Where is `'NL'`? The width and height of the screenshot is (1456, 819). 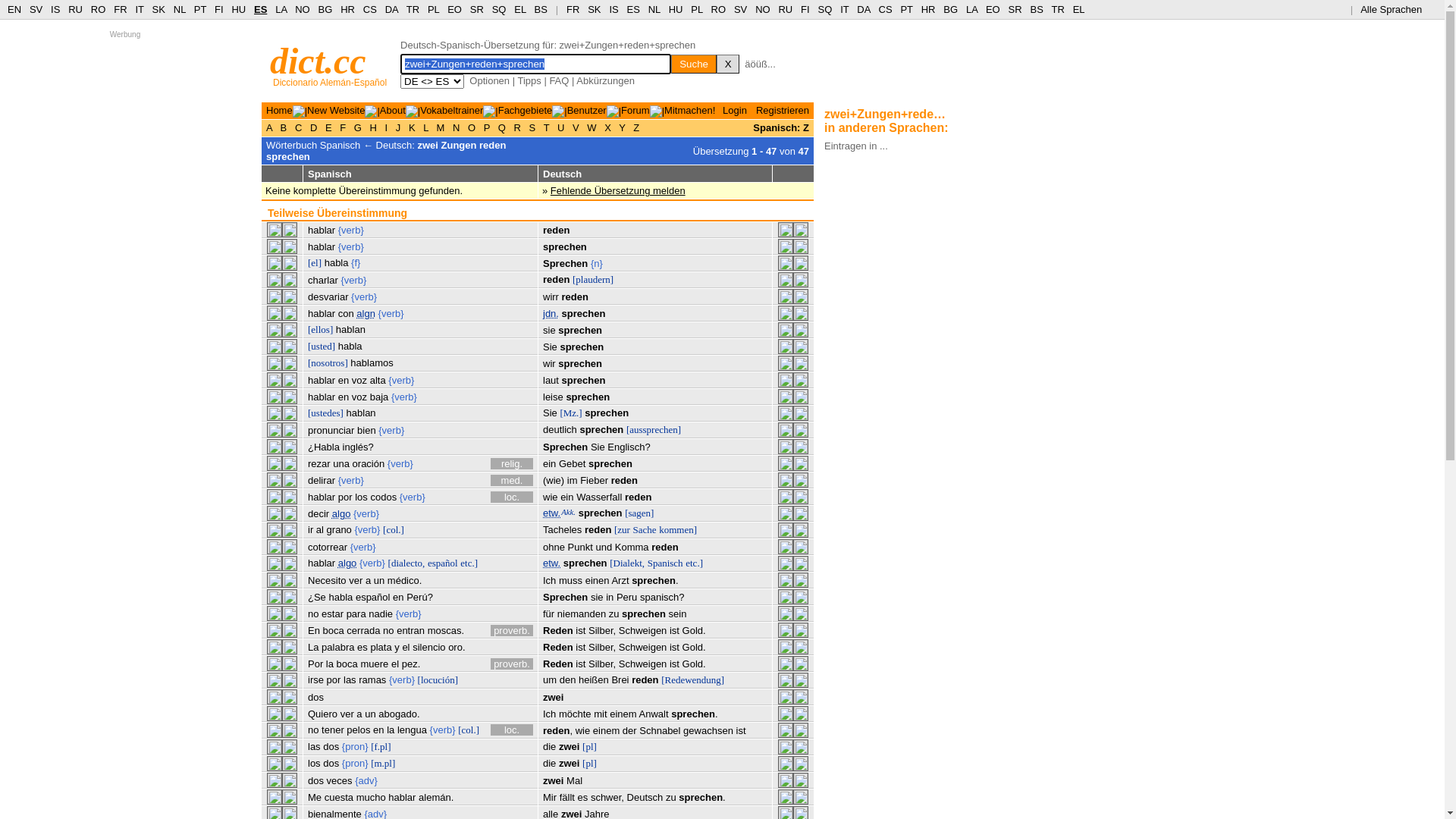
'NL' is located at coordinates (654, 9).